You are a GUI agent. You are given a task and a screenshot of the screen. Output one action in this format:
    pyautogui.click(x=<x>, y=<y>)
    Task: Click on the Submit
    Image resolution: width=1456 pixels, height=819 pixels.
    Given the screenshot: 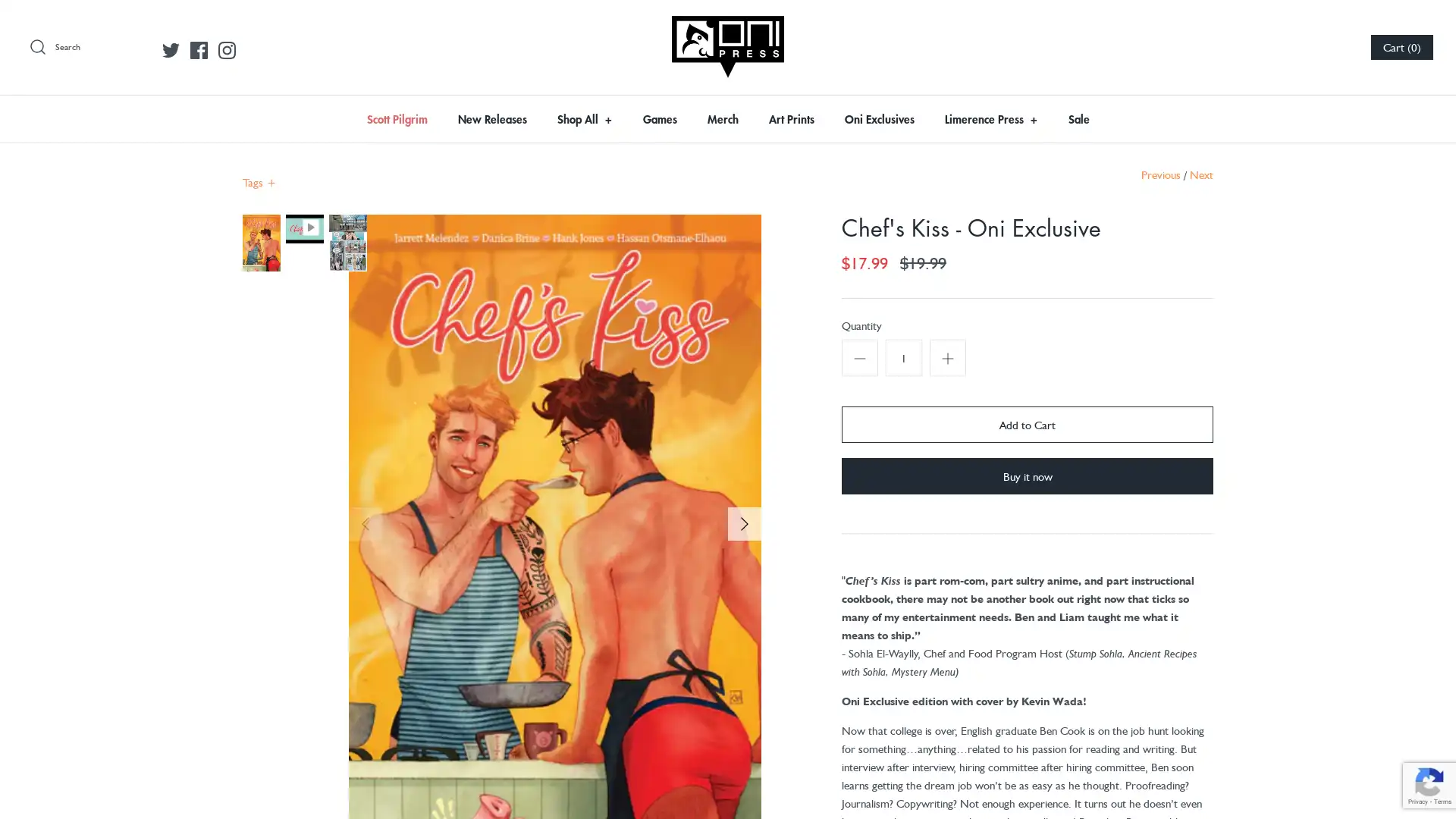 What is the action you would take?
    pyautogui.click(x=137, y=45)
    